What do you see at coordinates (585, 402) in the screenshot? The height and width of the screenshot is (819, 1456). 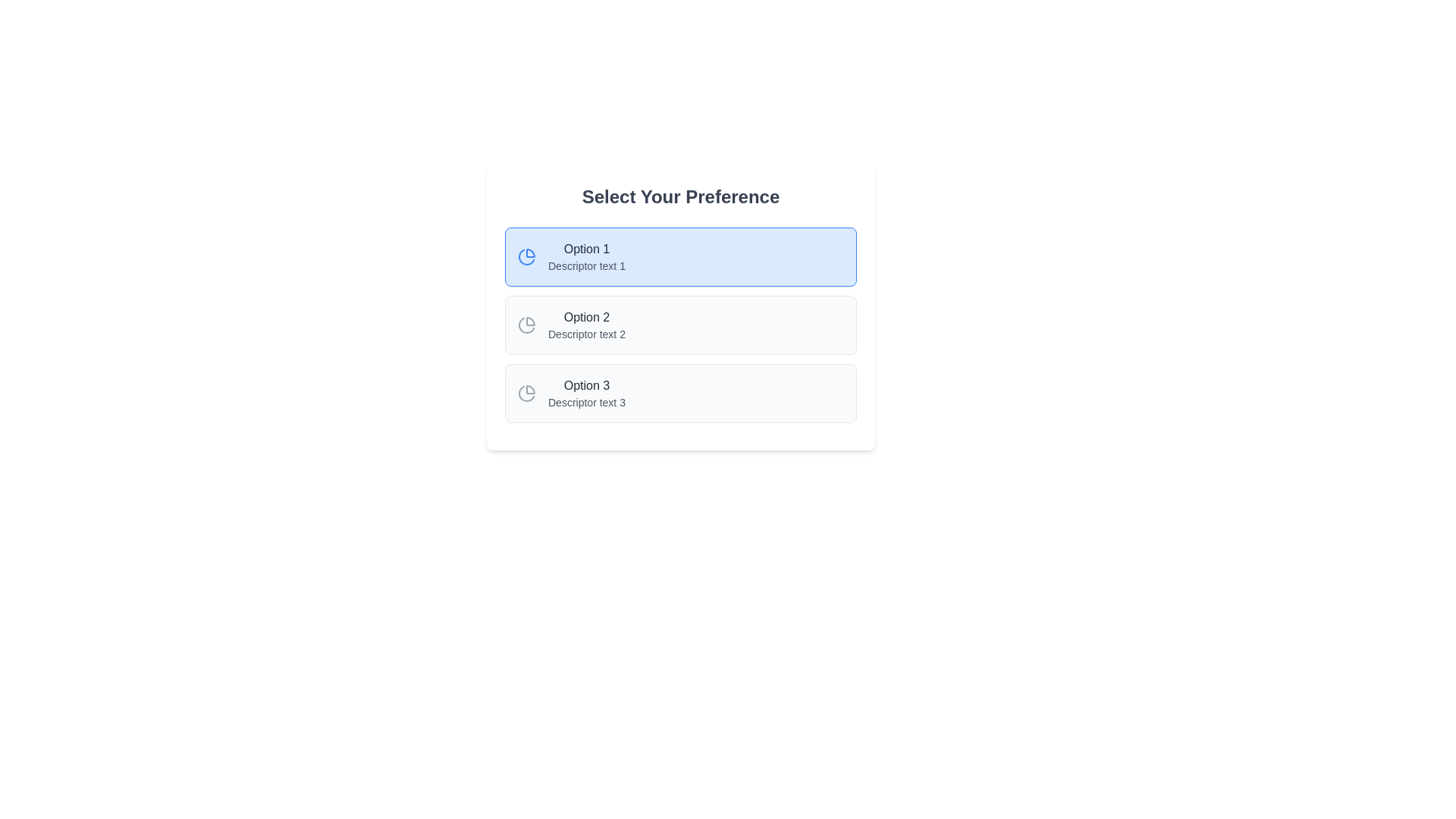 I see `the supplementary information text label that describes 'Option 3', which is located directly below the bold 'Option 3' text and aligned horizontally with it` at bounding box center [585, 402].